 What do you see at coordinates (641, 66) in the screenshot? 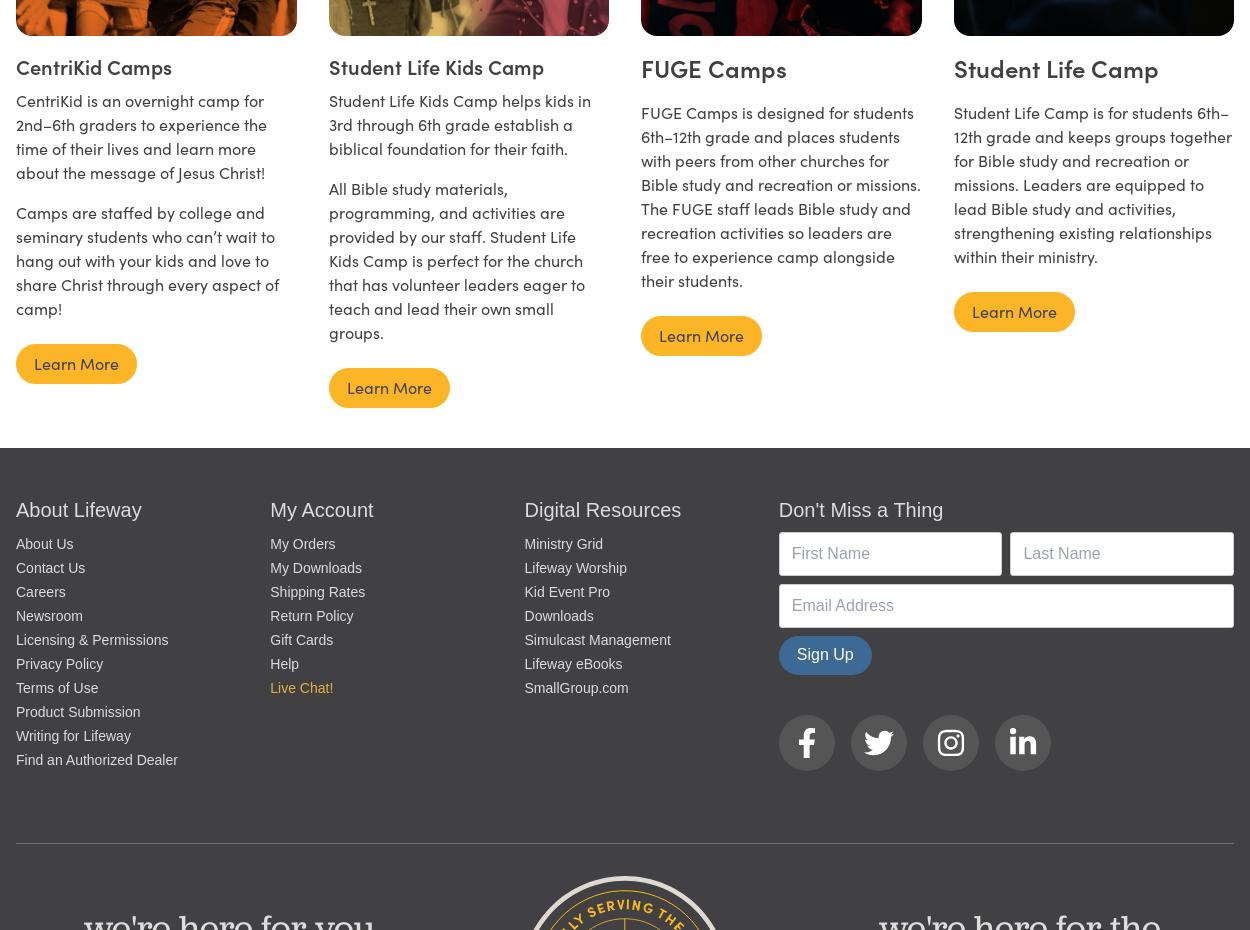
I see `'FUGE Camps'` at bounding box center [641, 66].